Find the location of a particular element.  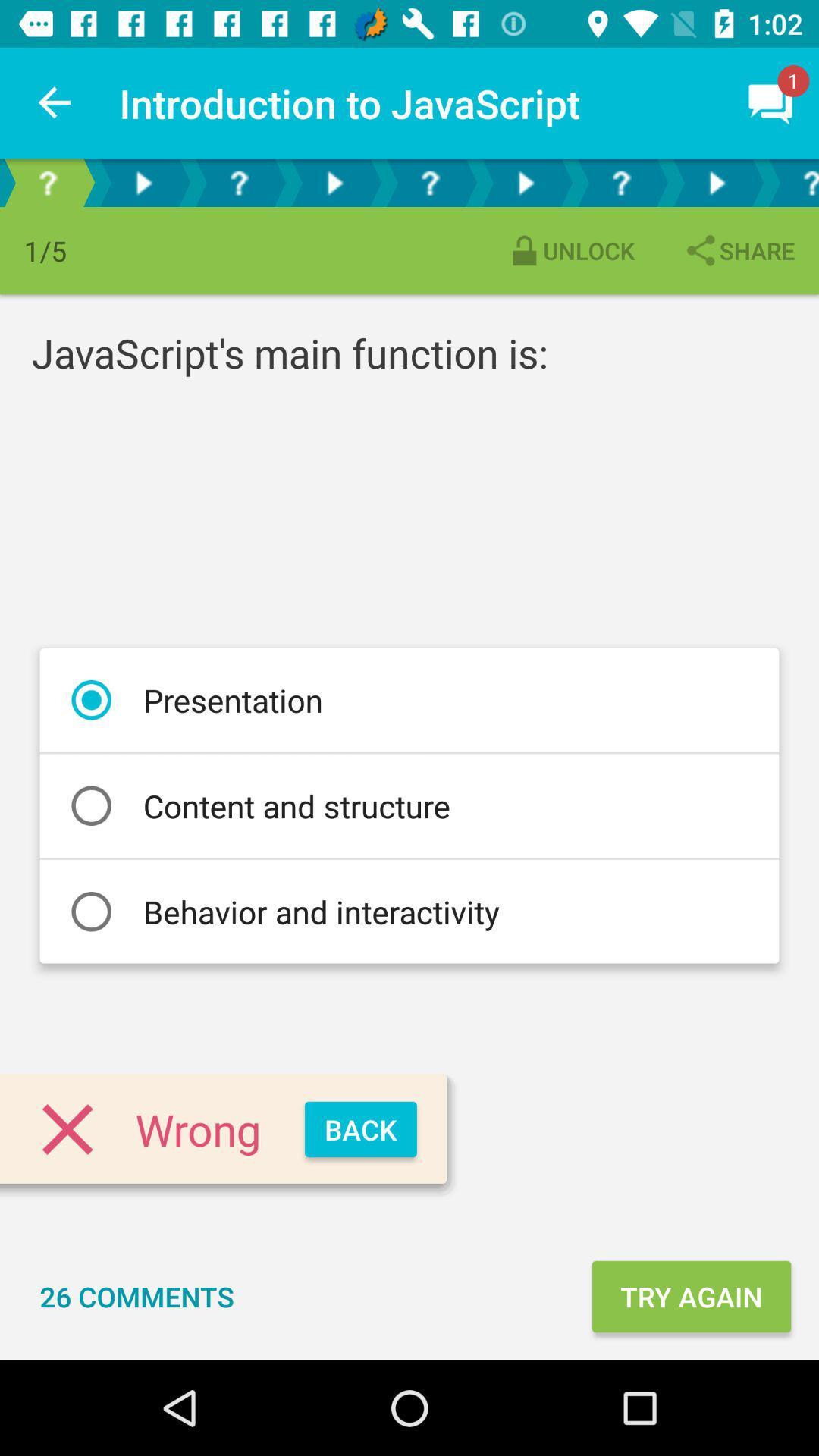

share icon is located at coordinates (738, 250).